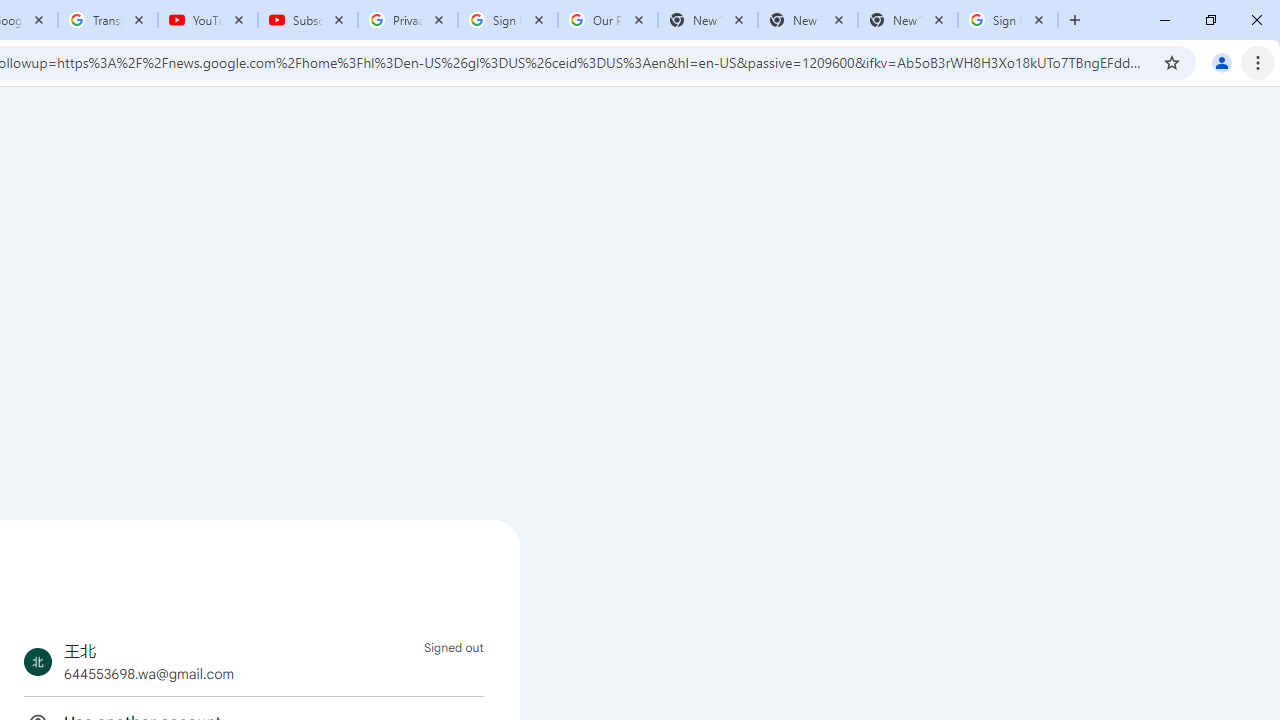 This screenshot has height=720, width=1280. I want to click on 'YouTube', so click(208, 20).